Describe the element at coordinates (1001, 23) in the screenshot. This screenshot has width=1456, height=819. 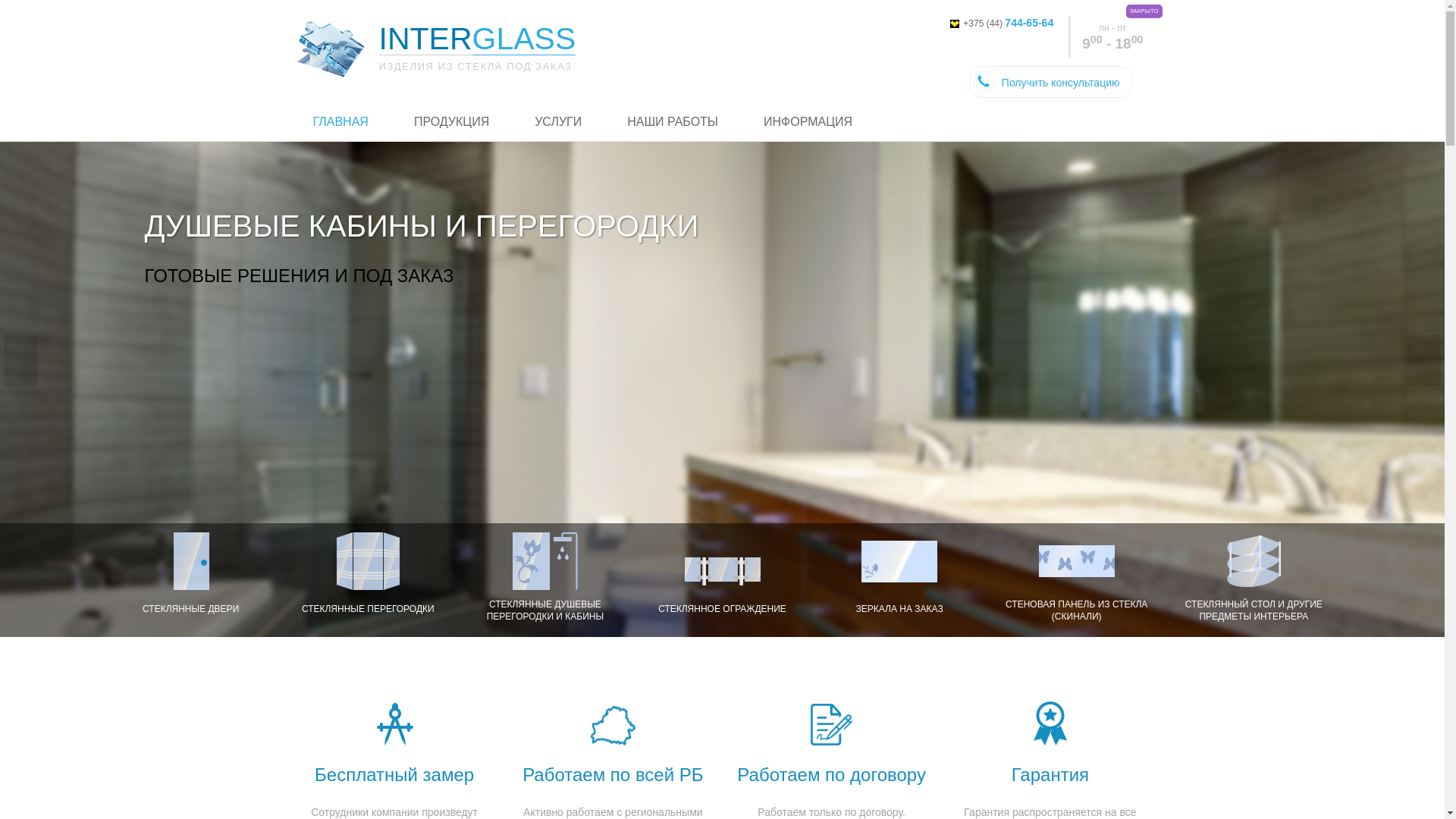
I see `'+375 (44) 744-65-64'` at that location.